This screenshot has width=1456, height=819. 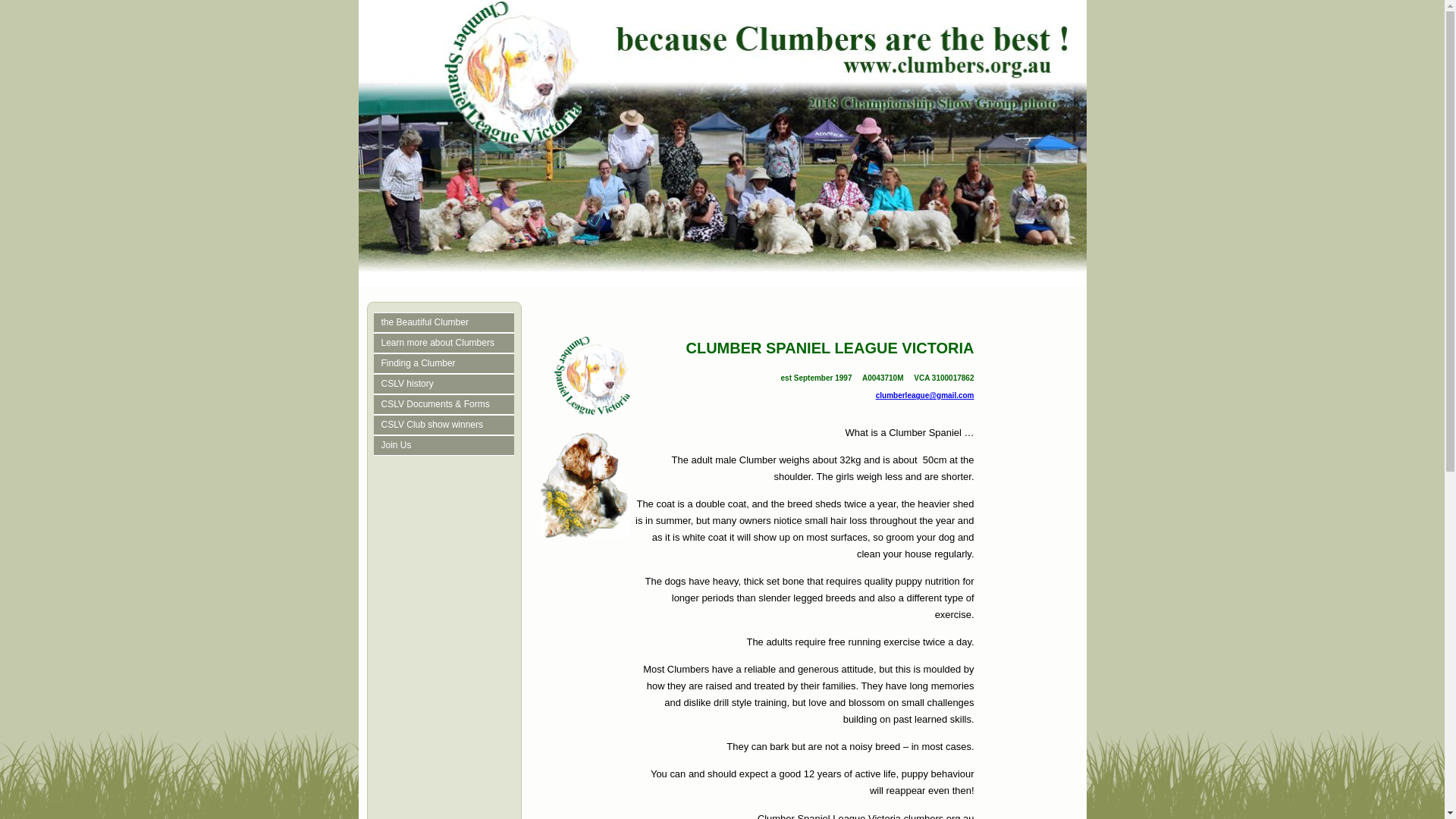 What do you see at coordinates (446, 322) in the screenshot?
I see `'the Beautiful Clumber'` at bounding box center [446, 322].